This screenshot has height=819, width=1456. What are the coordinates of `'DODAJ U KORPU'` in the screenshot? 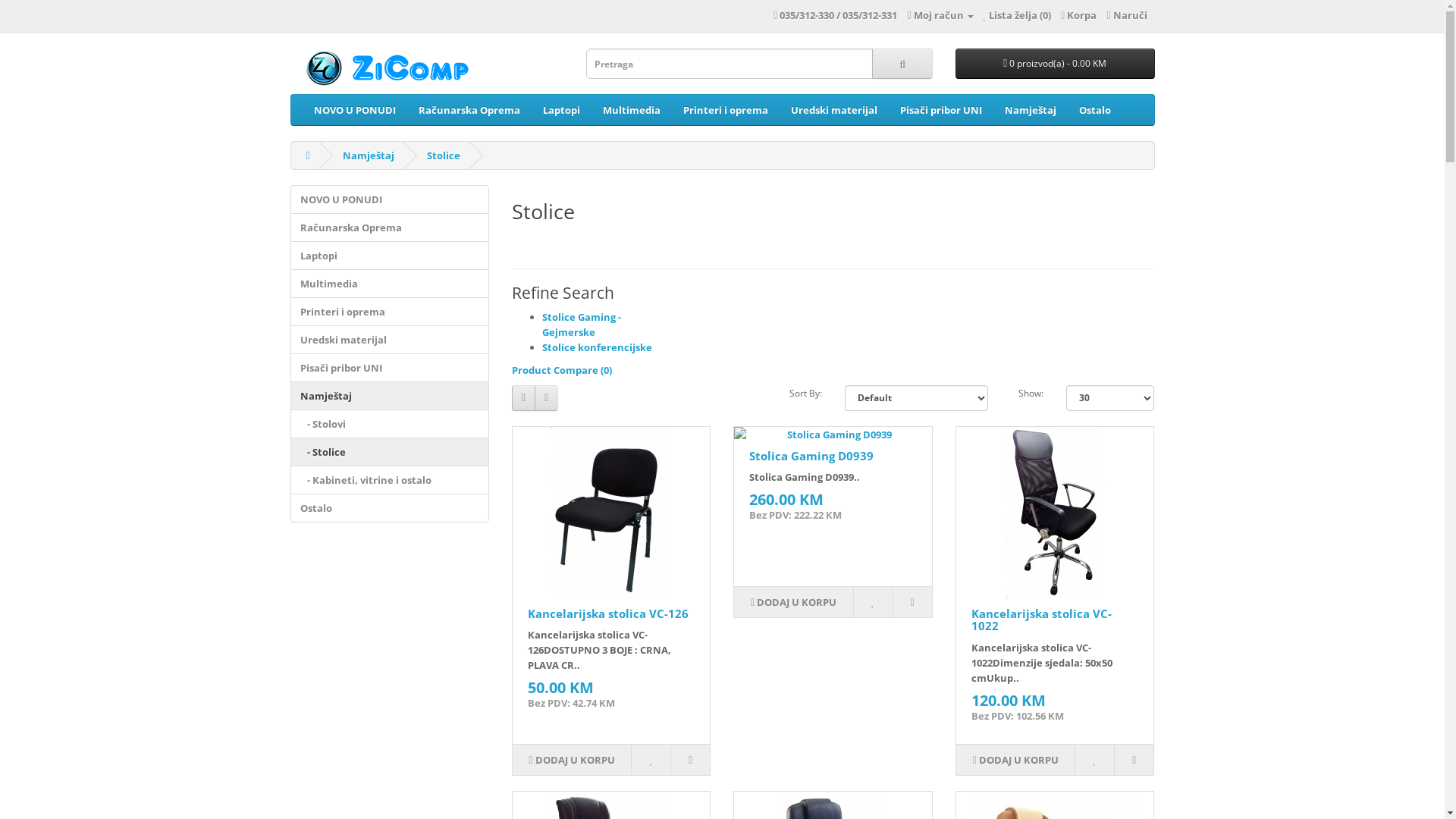 It's located at (513, 760).